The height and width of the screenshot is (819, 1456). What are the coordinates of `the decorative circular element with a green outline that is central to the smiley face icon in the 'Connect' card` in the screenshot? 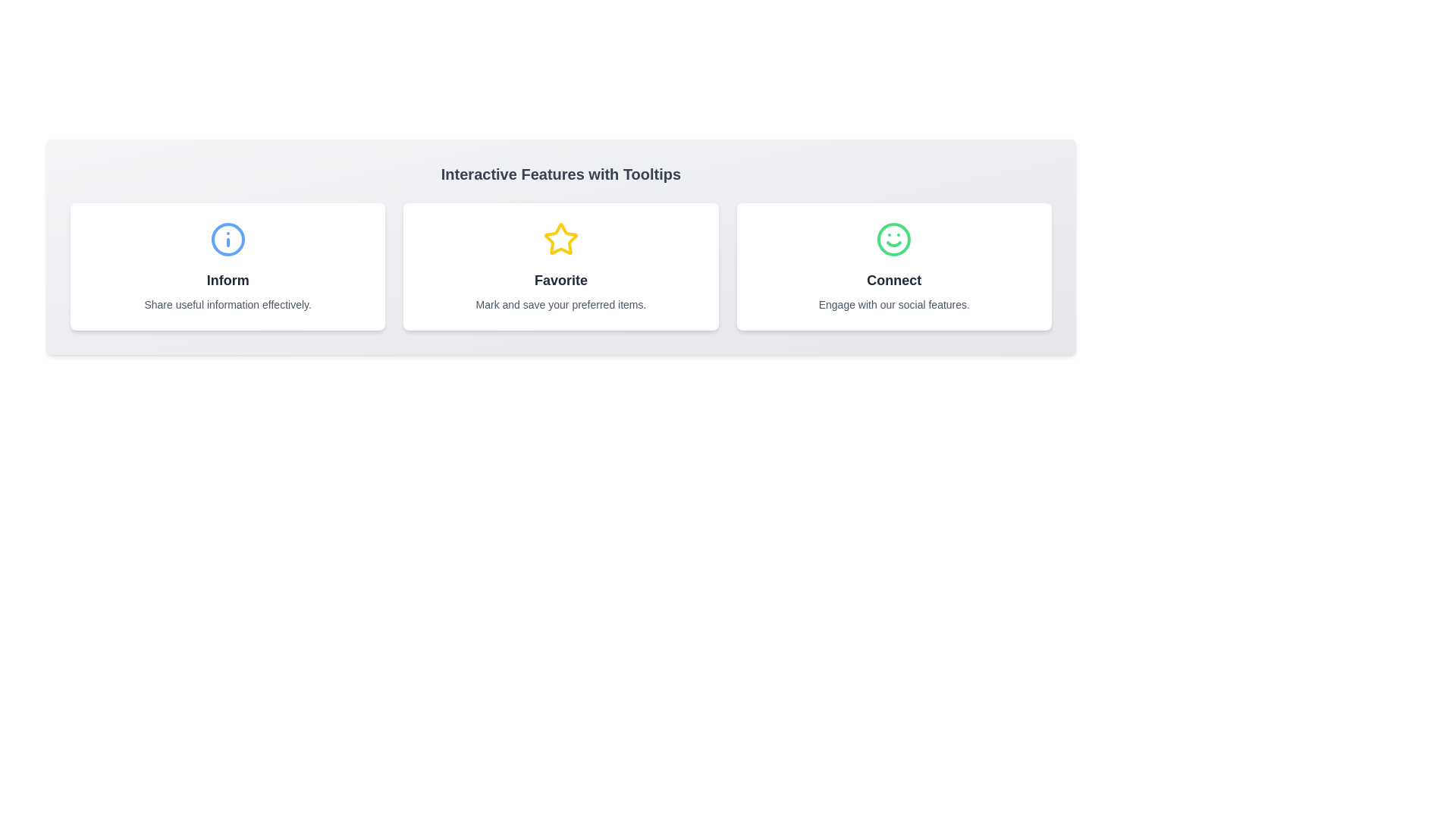 It's located at (894, 239).